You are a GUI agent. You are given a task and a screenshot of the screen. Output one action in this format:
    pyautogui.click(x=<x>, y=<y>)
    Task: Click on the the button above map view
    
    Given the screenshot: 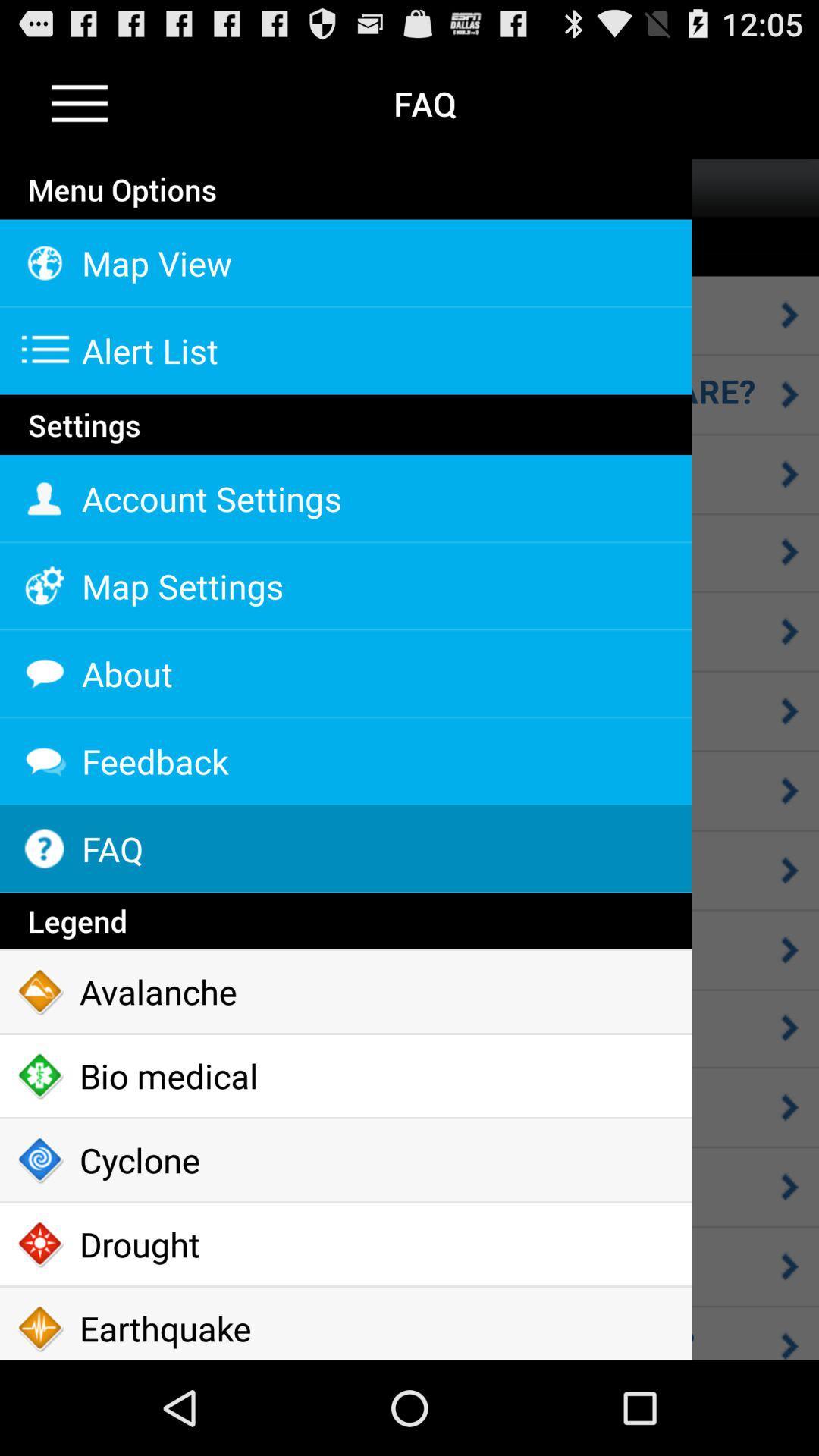 What is the action you would take?
    pyautogui.click(x=345, y=218)
    